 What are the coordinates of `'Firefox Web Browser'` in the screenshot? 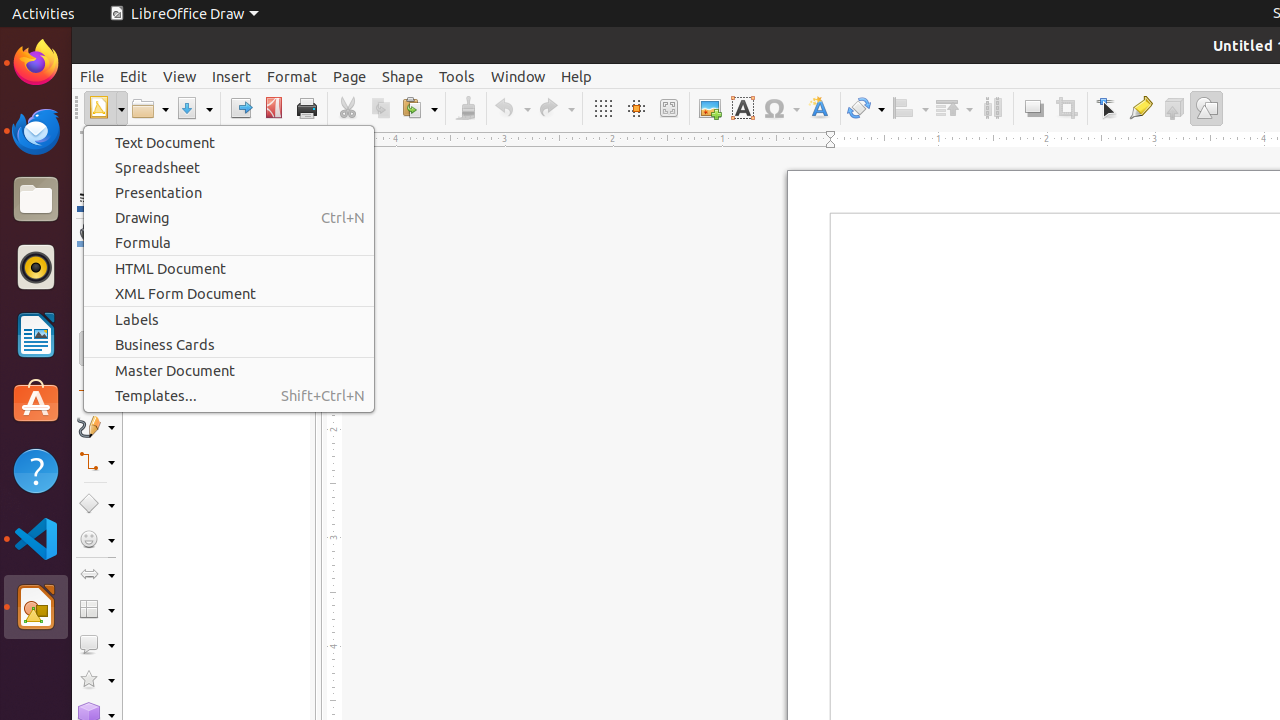 It's located at (35, 61).